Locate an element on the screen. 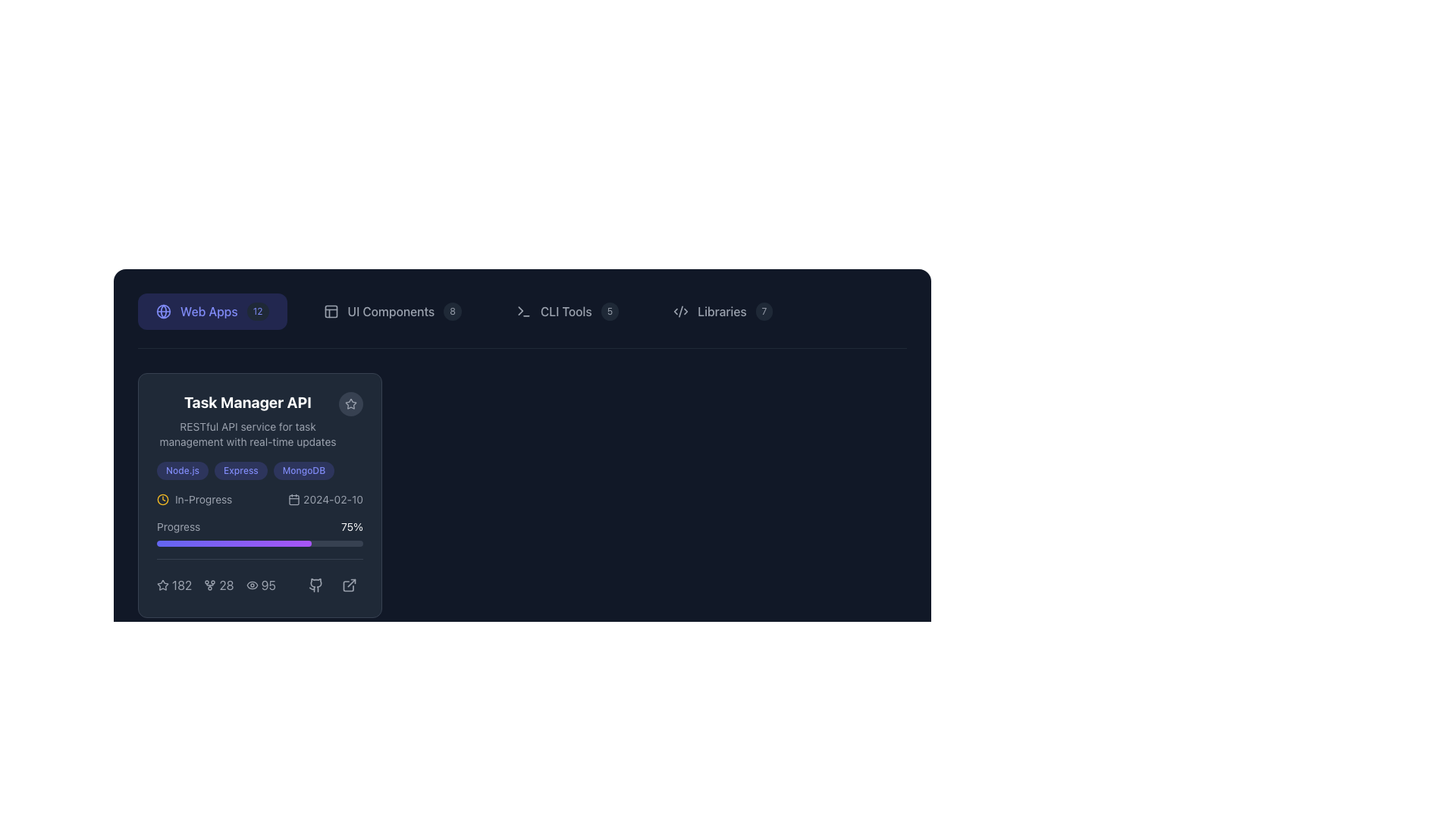 This screenshot has height=819, width=1456. the external link icon styled as an arrow pointing outwards from a square, located in the bottom-right corner of the 'Task Manager API' card is located at coordinates (348, 584).